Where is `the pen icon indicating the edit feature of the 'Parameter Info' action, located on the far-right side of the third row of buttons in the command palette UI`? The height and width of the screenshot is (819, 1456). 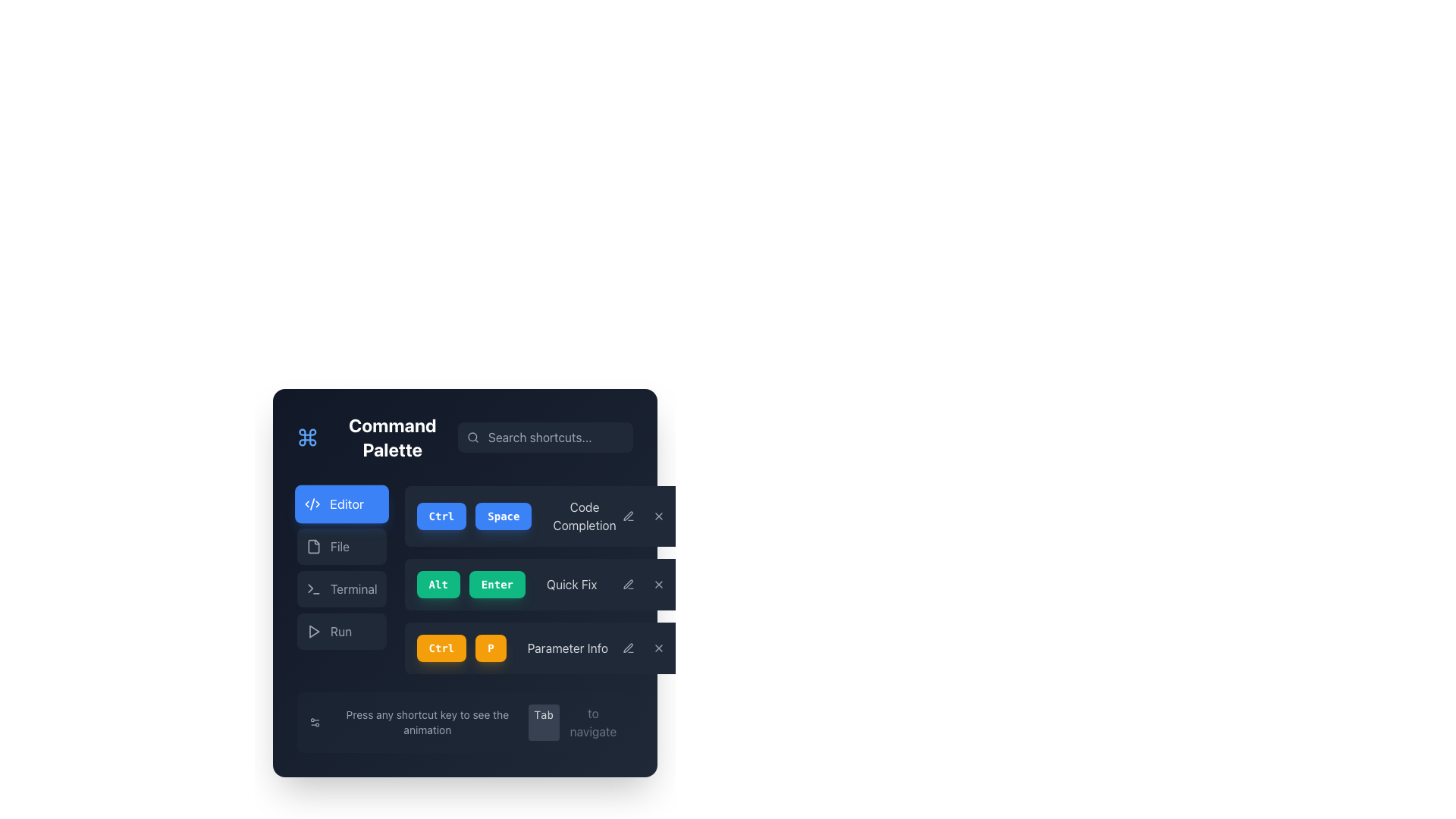 the pen icon indicating the edit feature of the 'Parameter Info' action, located on the far-right side of the third row of buttons in the command palette UI is located at coordinates (628, 648).